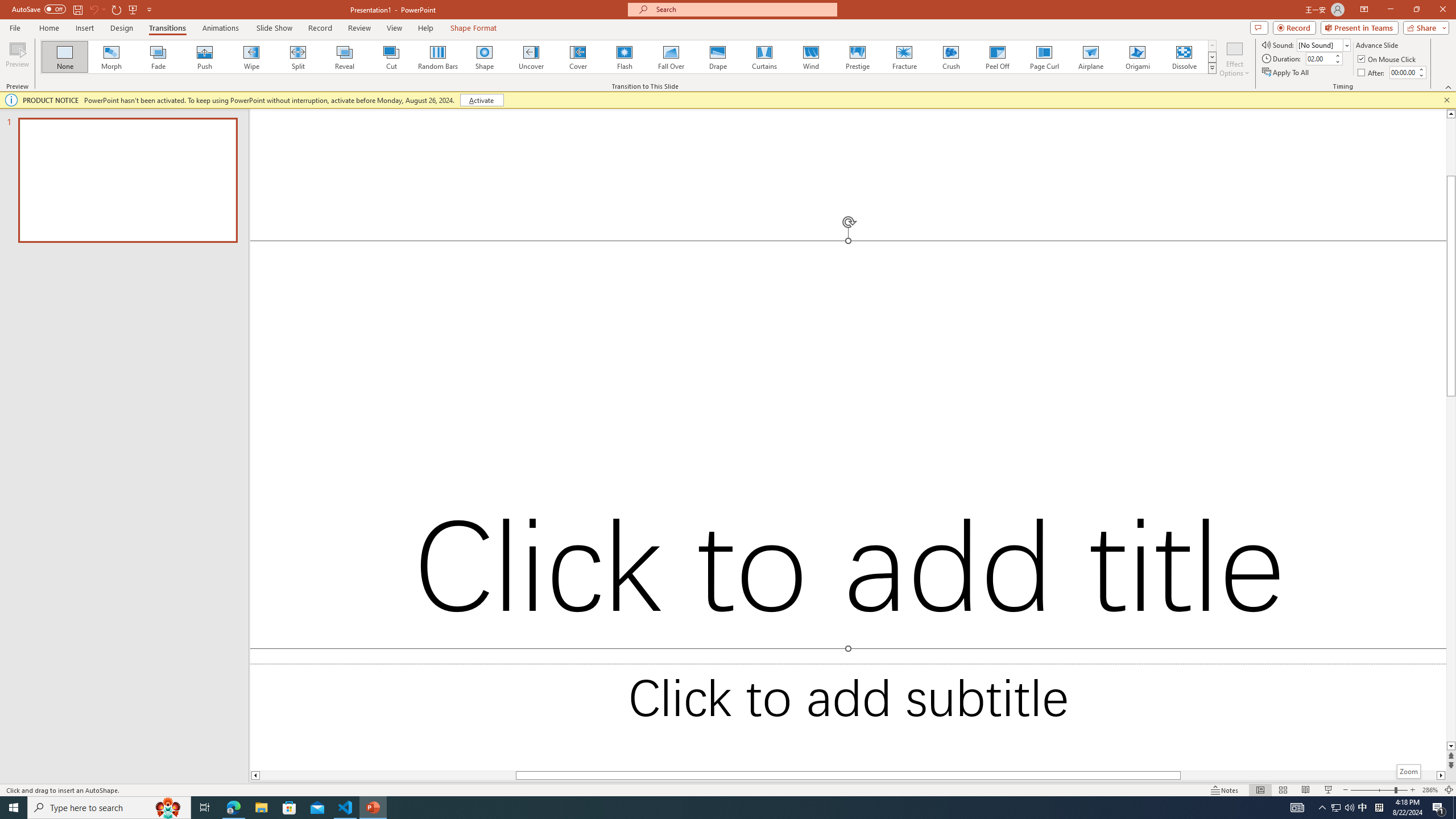 The image size is (1456, 819). I want to click on 'Flash', so click(624, 56).